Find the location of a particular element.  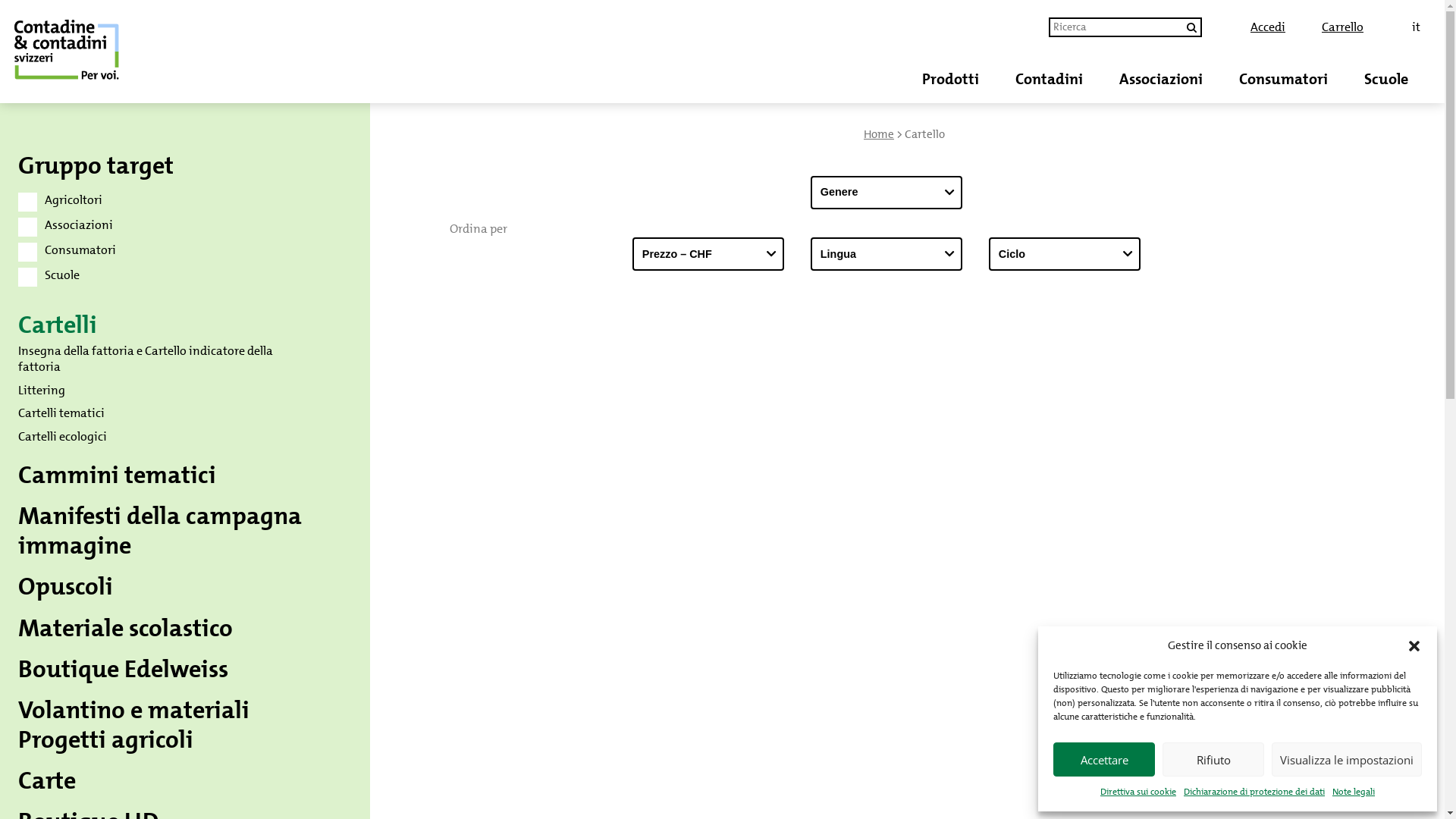

'Note legali' is located at coordinates (1354, 791).